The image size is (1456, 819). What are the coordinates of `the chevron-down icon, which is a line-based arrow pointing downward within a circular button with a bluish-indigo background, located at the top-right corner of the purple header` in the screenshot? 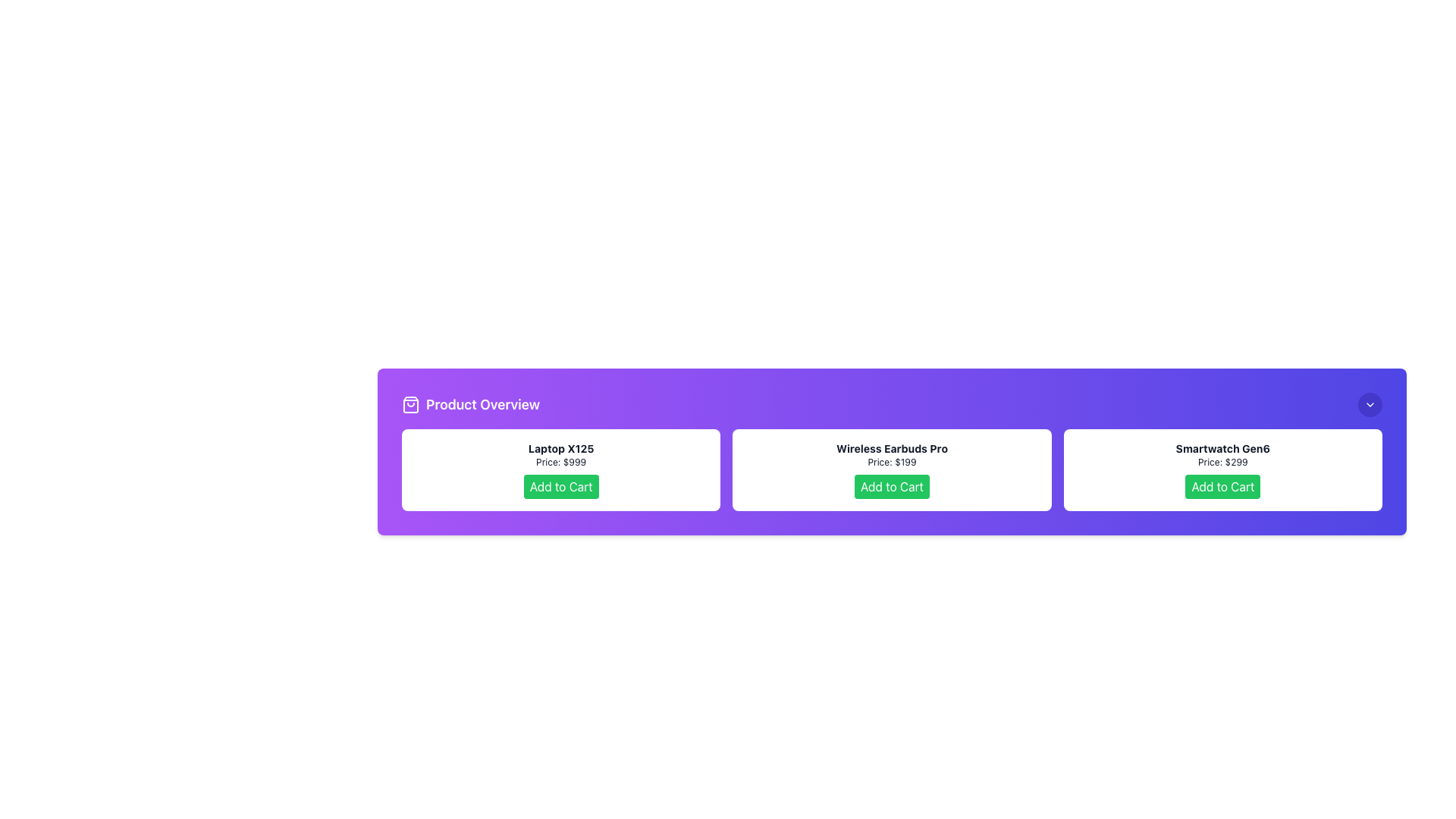 It's located at (1370, 403).